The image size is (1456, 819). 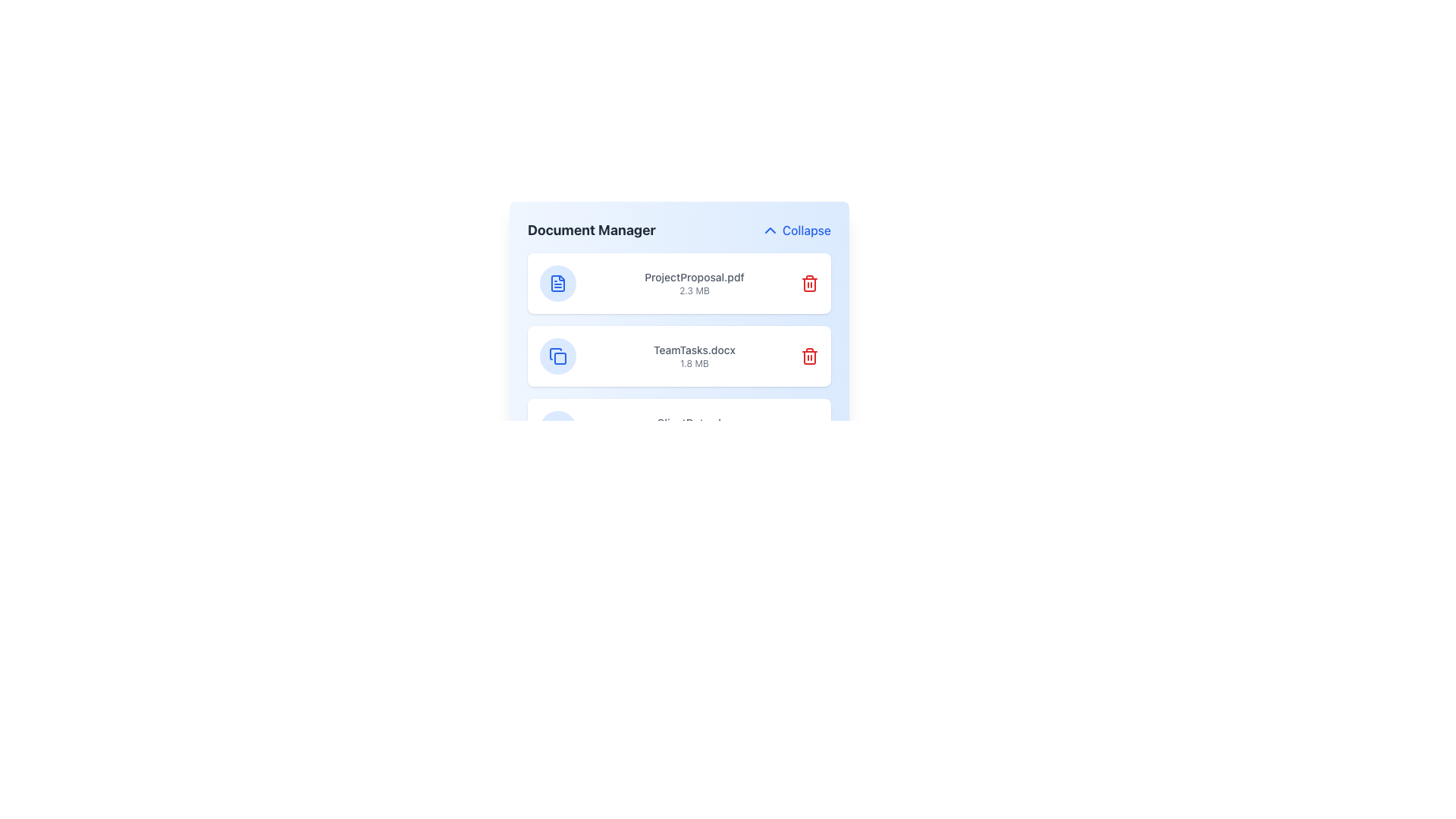 What do you see at coordinates (679, 356) in the screenshot?
I see `the file name in the second list item of the Document Manager section` at bounding box center [679, 356].